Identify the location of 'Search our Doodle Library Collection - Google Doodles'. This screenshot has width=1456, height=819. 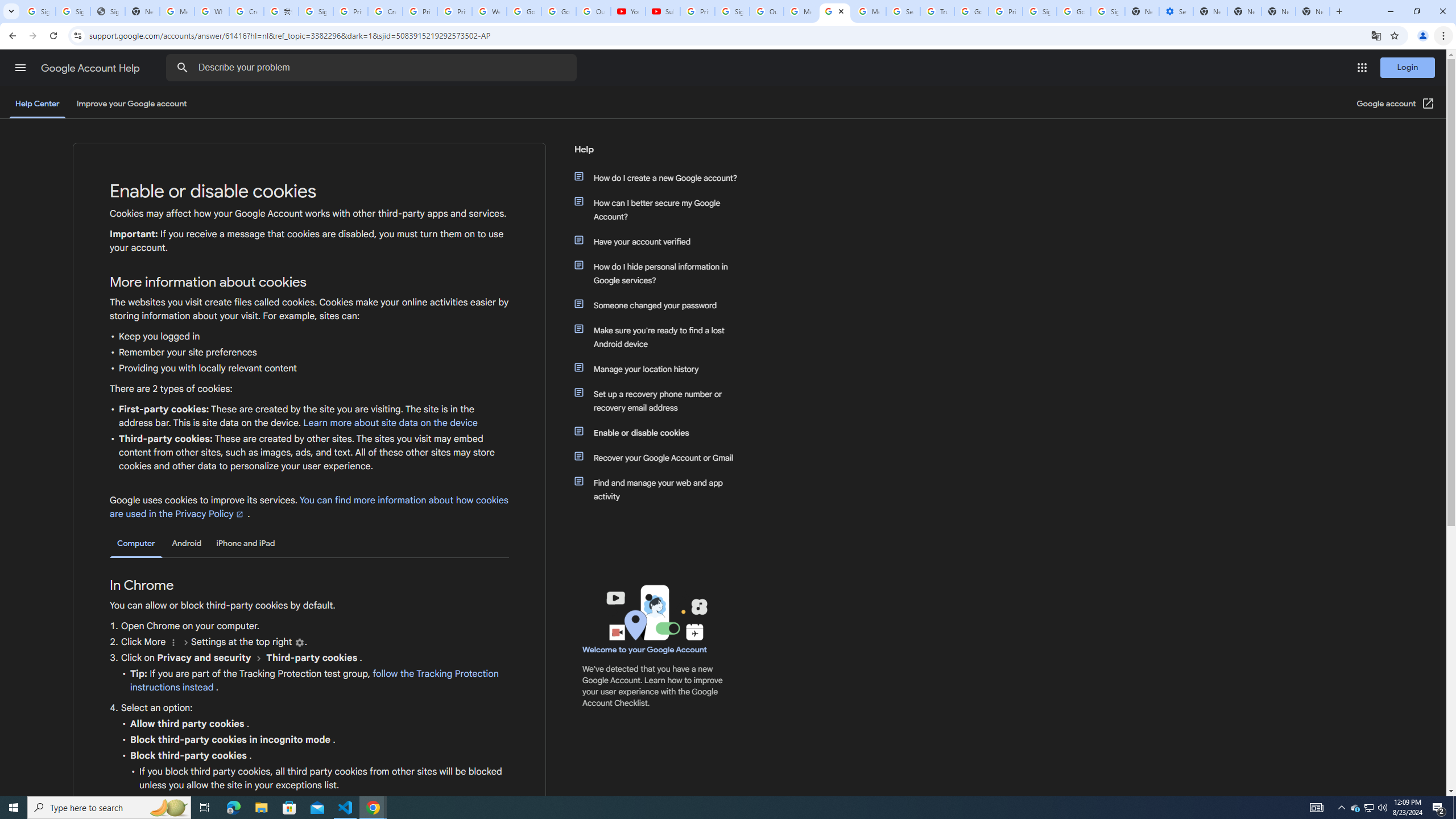
(903, 11).